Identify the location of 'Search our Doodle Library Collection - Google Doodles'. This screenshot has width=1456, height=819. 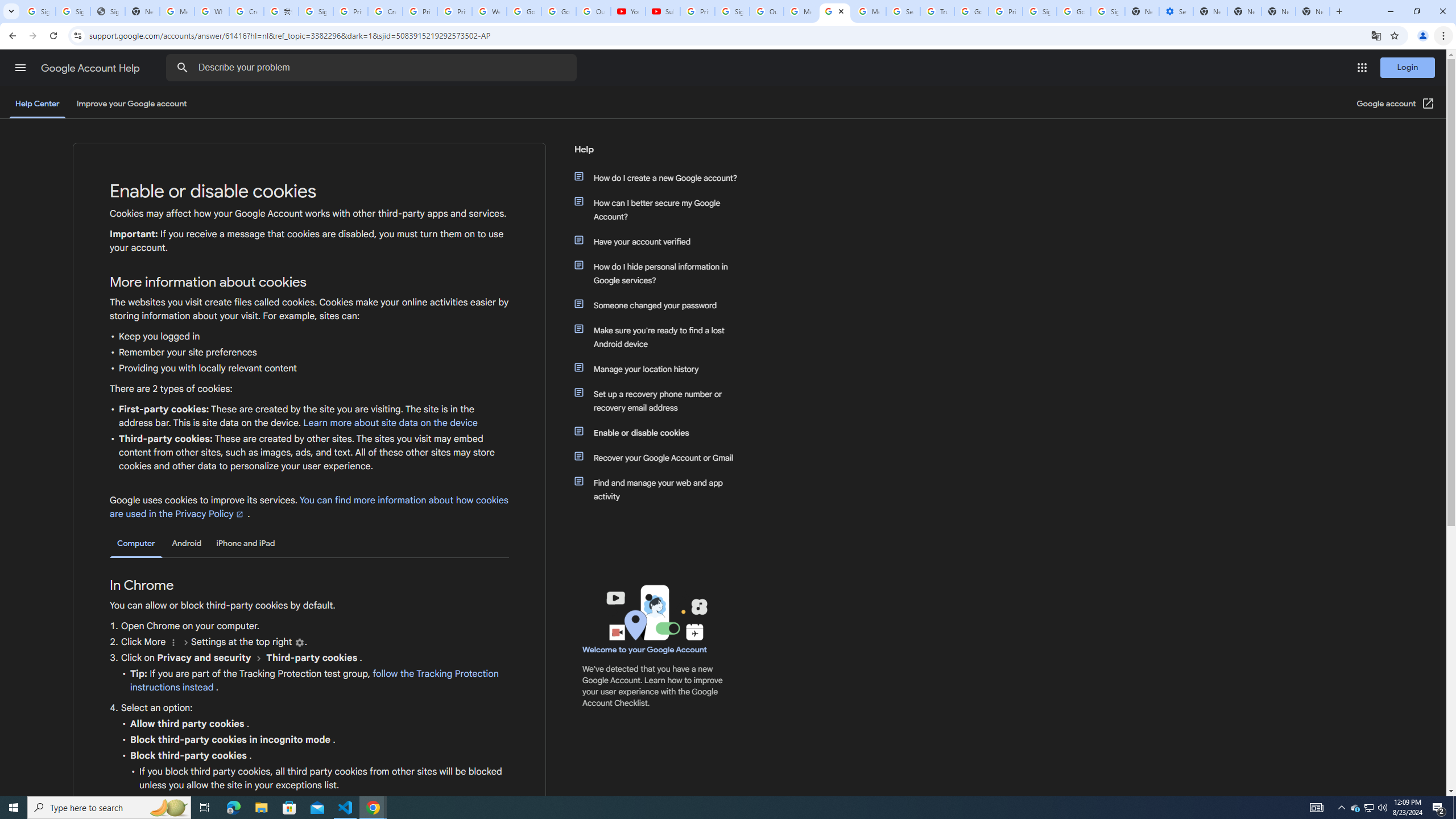
(903, 11).